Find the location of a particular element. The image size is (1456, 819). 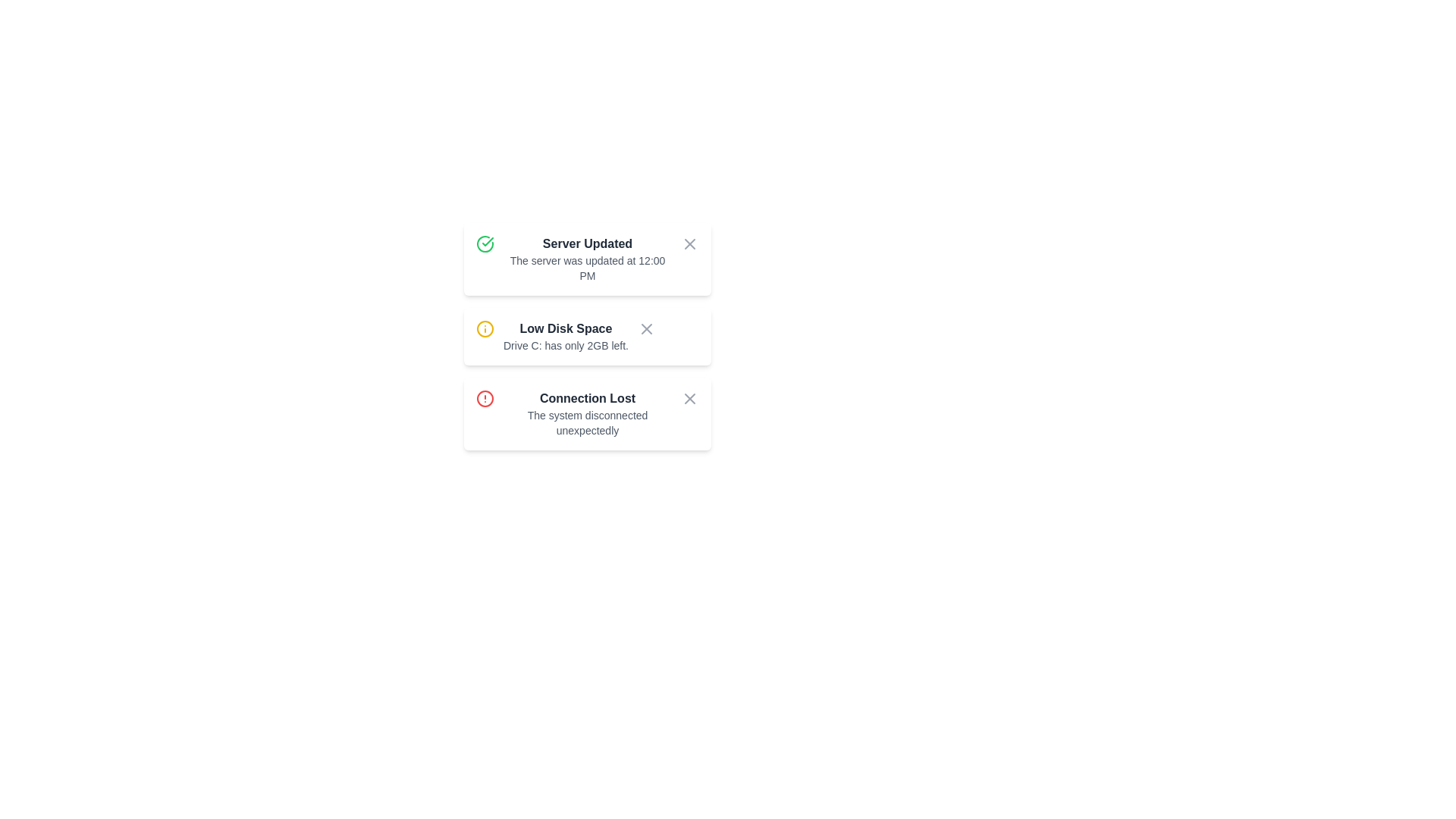

the small 'X' icon in the top right corner of the notification card is located at coordinates (689, 243).